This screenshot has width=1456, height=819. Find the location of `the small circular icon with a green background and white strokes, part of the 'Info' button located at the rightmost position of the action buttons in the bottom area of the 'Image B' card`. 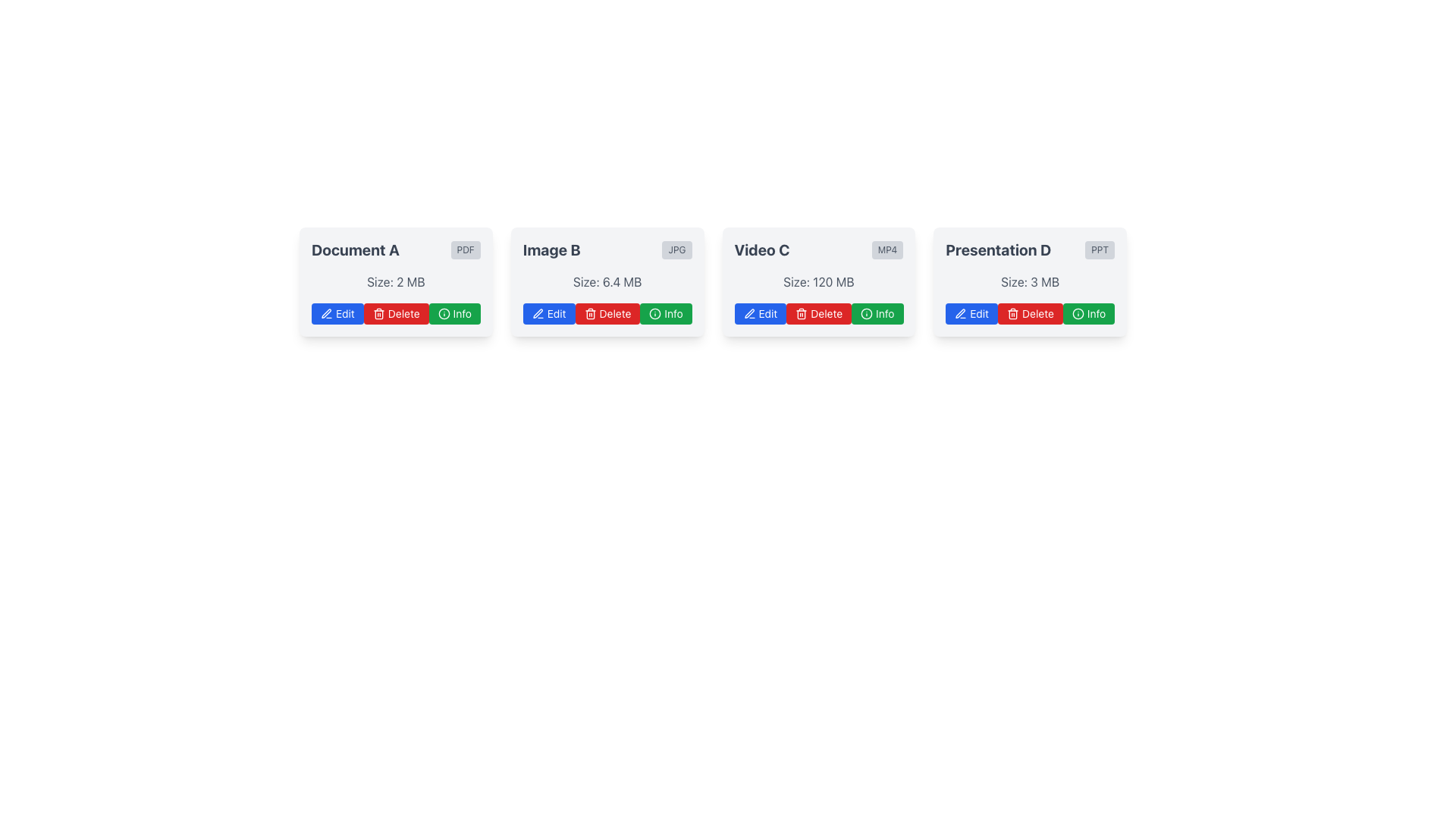

the small circular icon with a green background and white strokes, part of the 'Info' button located at the rightmost position of the action buttons in the bottom area of the 'Image B' card is located at coordinates (443, 312).